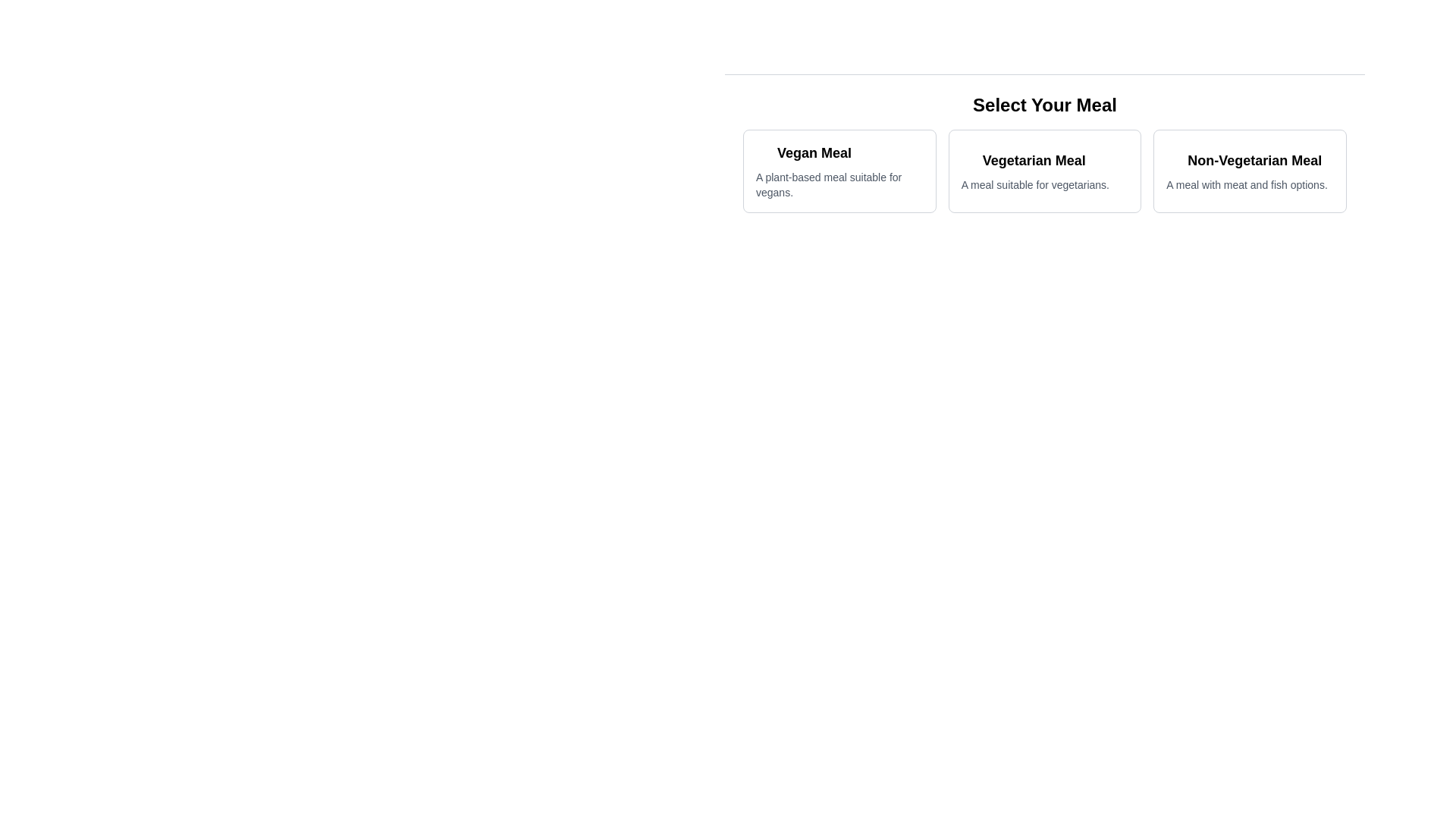  I want to click on text label indicating the name of the meal option located in the center of the meal option card, so click(1043, 161).